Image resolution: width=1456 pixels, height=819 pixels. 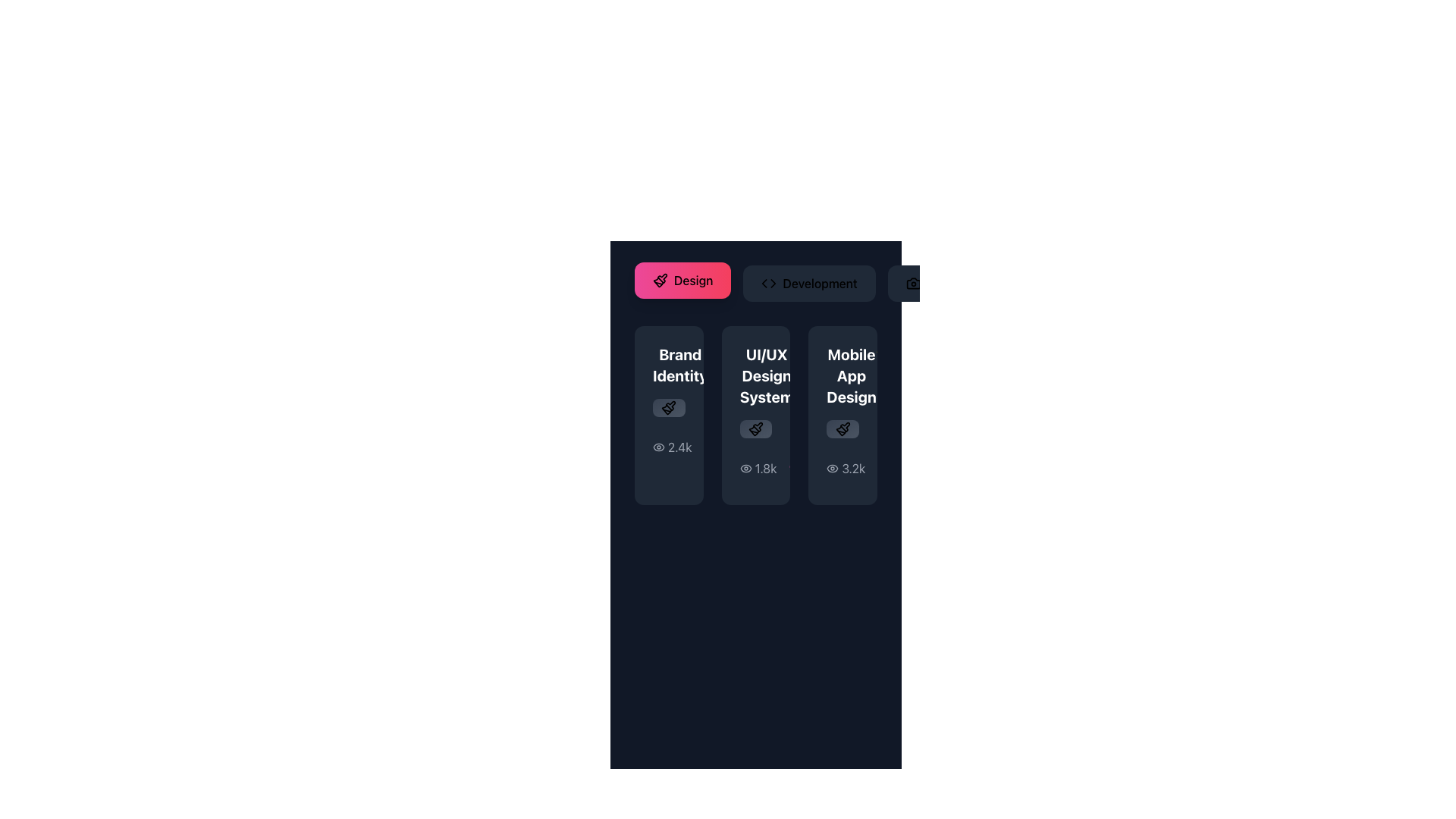 What do you see at coordinates (668, 403) in the screenshot?
I see `the Decorative badge with text that features a paintbrush icon and the label '2.4k', located under the 'Brand Identity' heading in the first column` at bounding box center [668, 403].